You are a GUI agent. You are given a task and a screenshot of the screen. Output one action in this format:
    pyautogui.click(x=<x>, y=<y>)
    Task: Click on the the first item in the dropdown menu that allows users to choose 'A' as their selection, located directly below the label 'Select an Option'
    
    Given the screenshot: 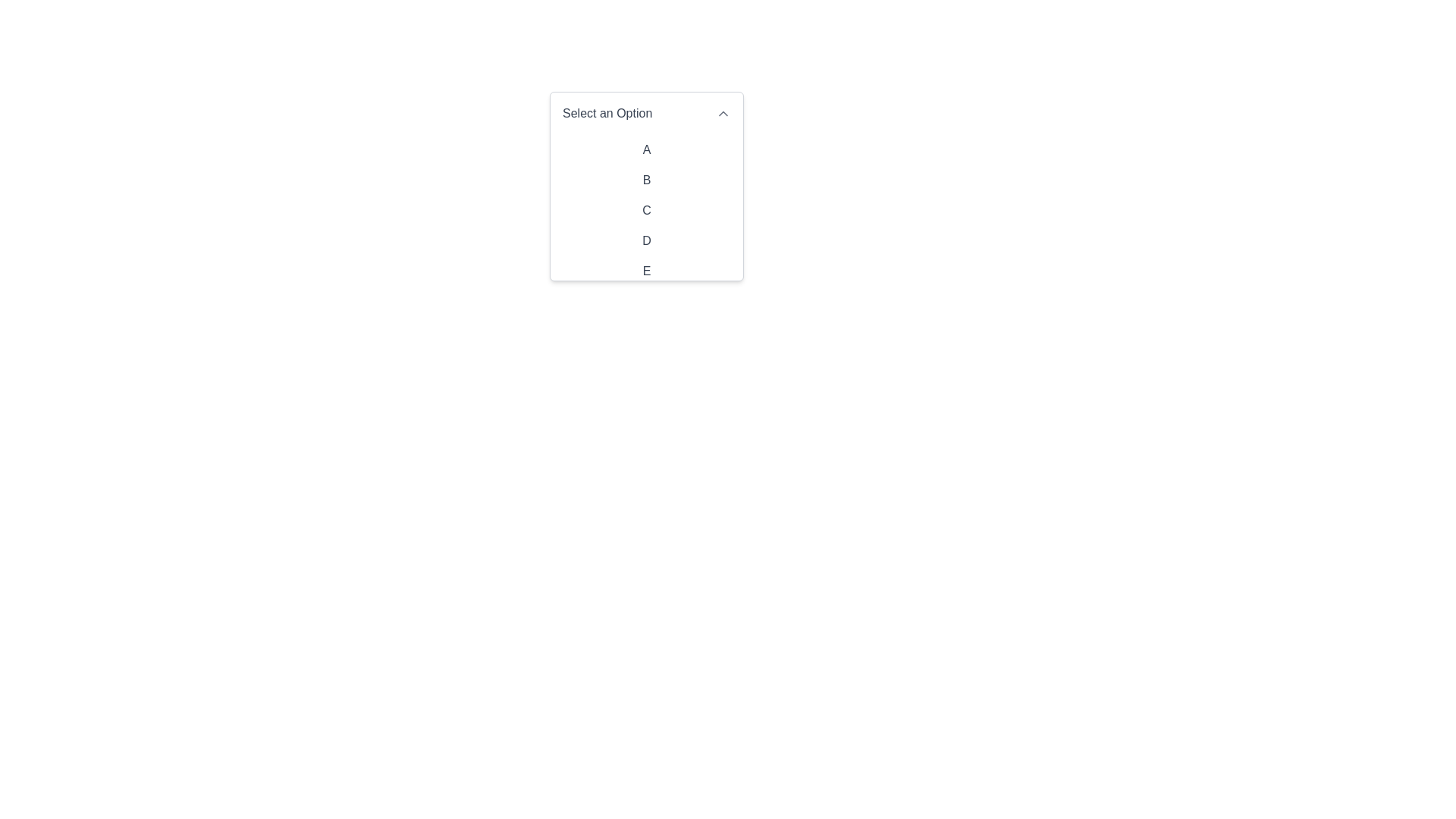 What is the action you would take?
    pyautogui.click(x=647, y=149)
    